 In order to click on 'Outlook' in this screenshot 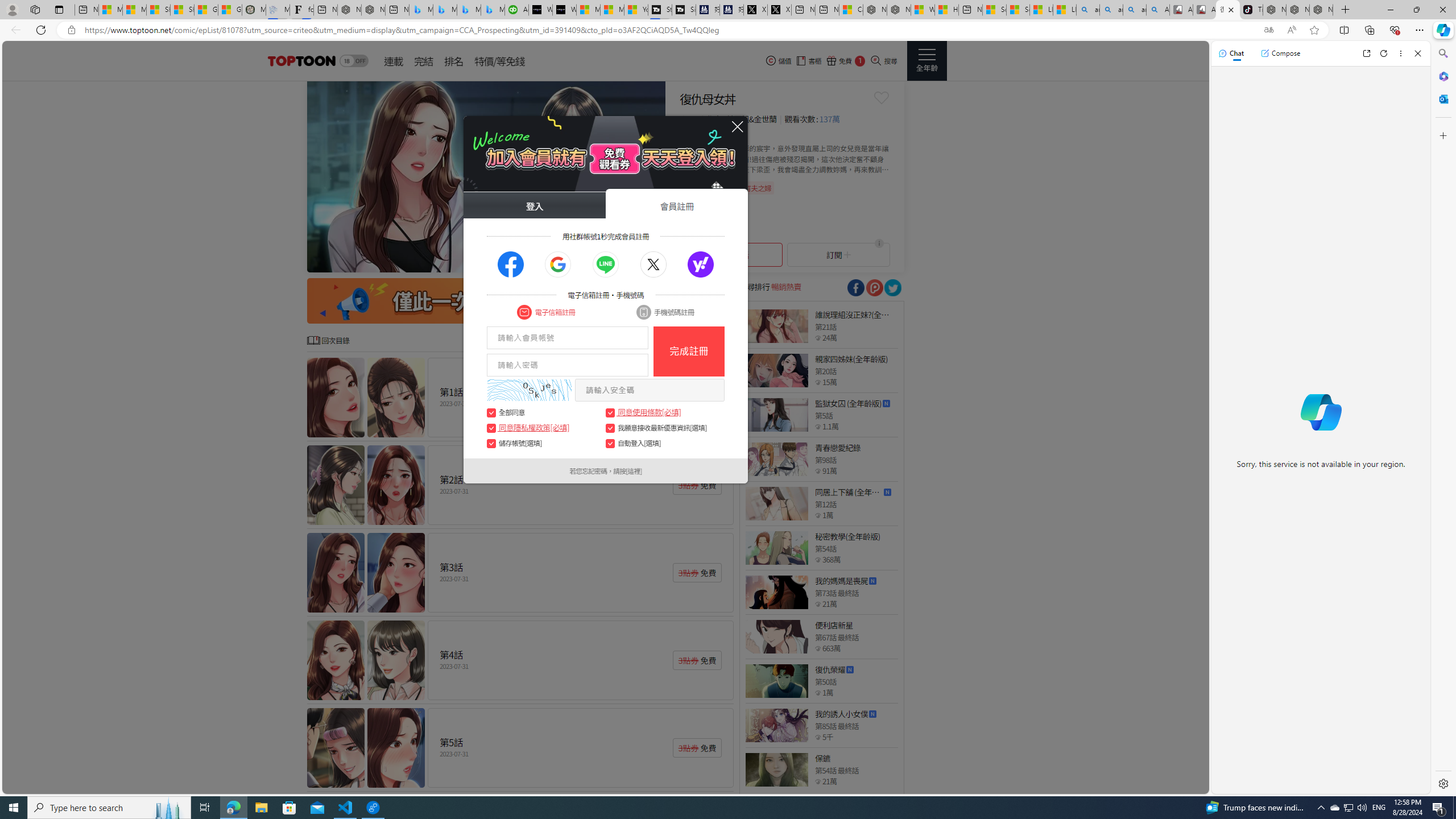, I will do `click(1442, 98)`.